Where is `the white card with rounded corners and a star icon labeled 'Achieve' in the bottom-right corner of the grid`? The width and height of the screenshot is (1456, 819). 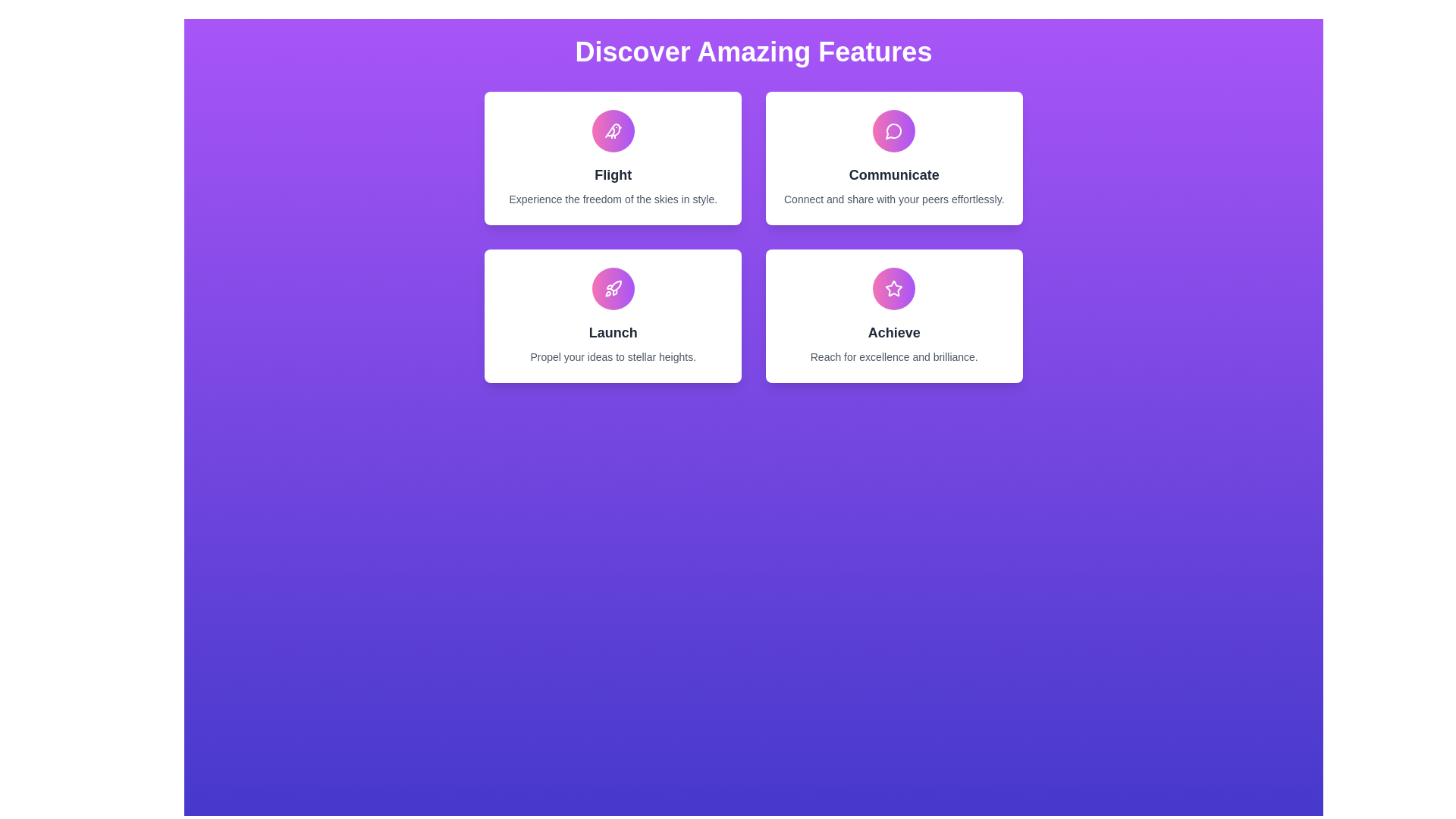 the white card with rounded corners and a star icon labeled 'Achieve' in the bottom-right corner of the grid is located at coordinates (894, 315).